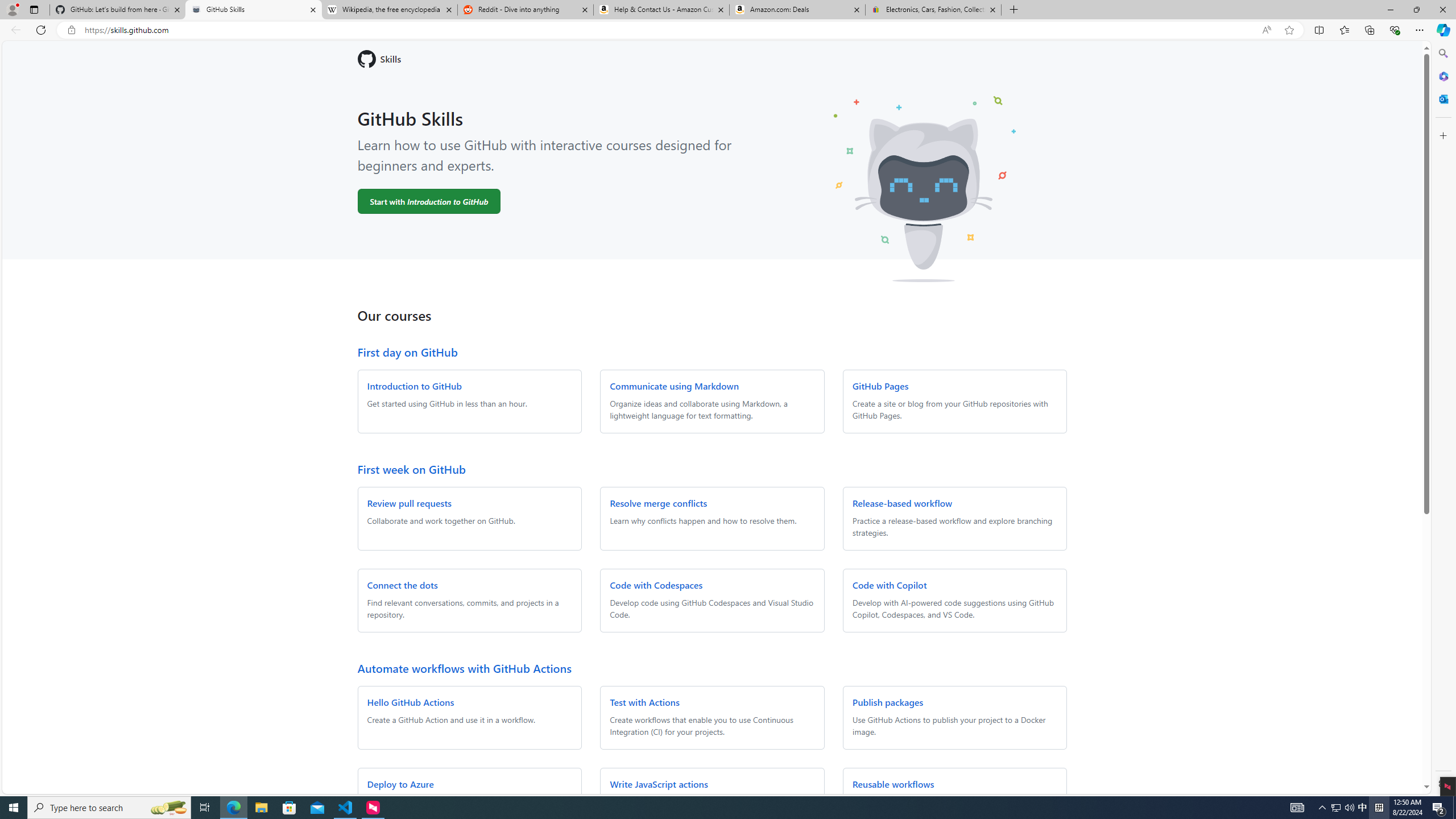 The width and height of the screenshot is (1456, 819). I want to click on 'Reusable workflows', so click(892, 784).